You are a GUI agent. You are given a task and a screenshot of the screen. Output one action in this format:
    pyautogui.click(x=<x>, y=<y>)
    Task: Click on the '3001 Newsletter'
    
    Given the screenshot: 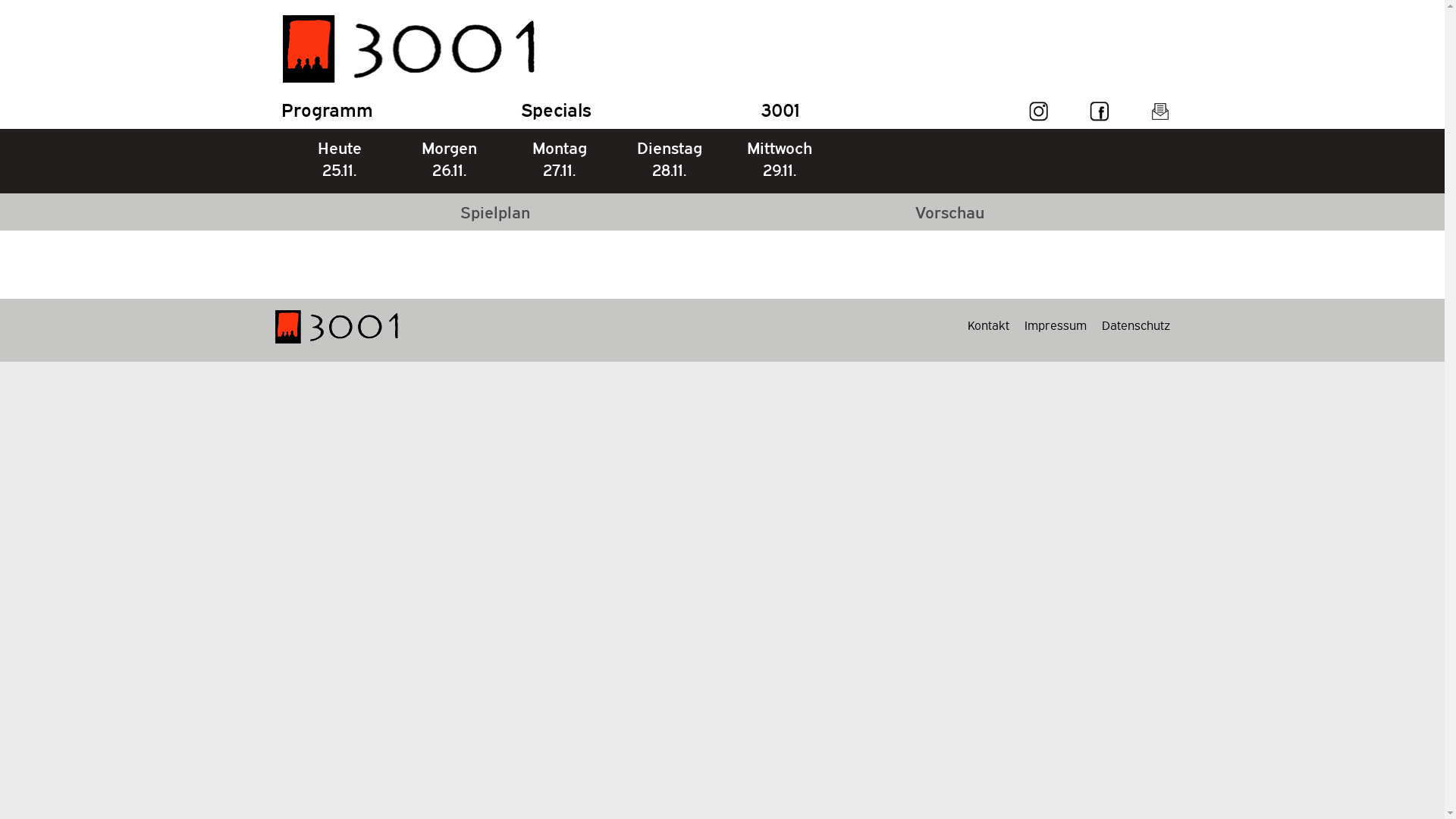 What is the action you would take?
    pyautogui.click(x=1159, y=110)
    